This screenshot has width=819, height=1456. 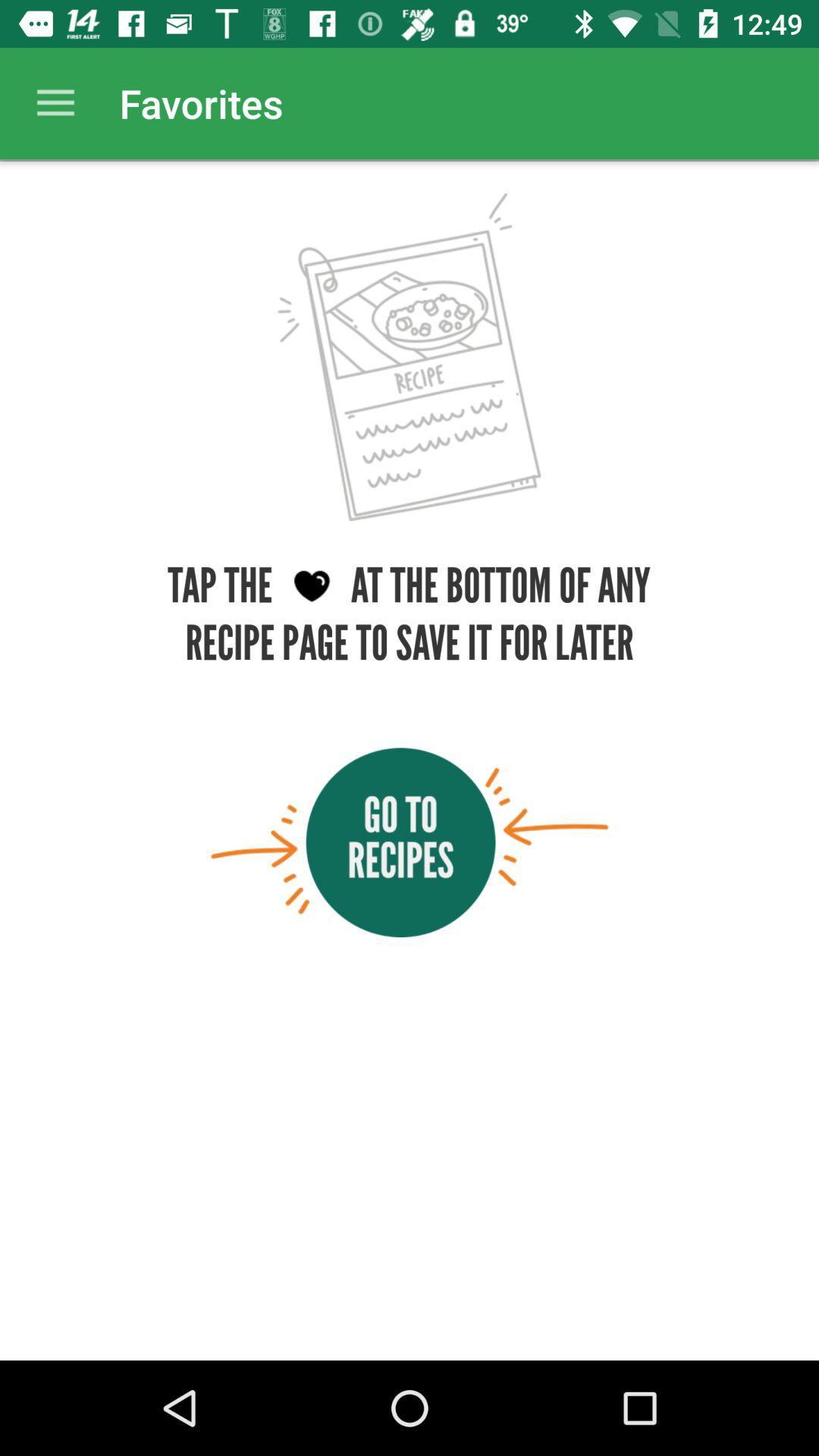 What do you see at coordinates (55, 102) in the screenshot?
I see `the icon to the left of favorites item` at bounding box center [55, 102].